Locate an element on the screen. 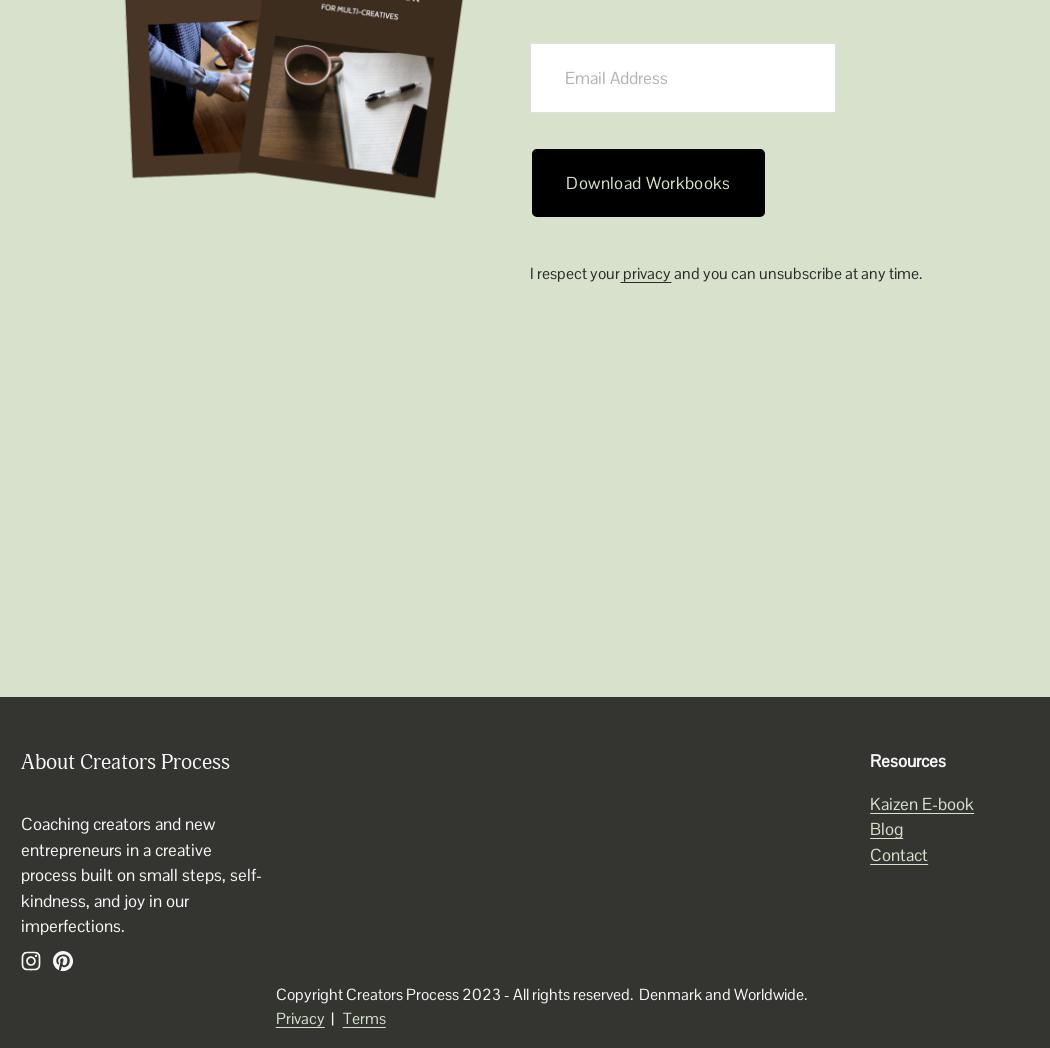 The image size is (1050, 1048). 'Terms' is located at coordinates (362, 1017).